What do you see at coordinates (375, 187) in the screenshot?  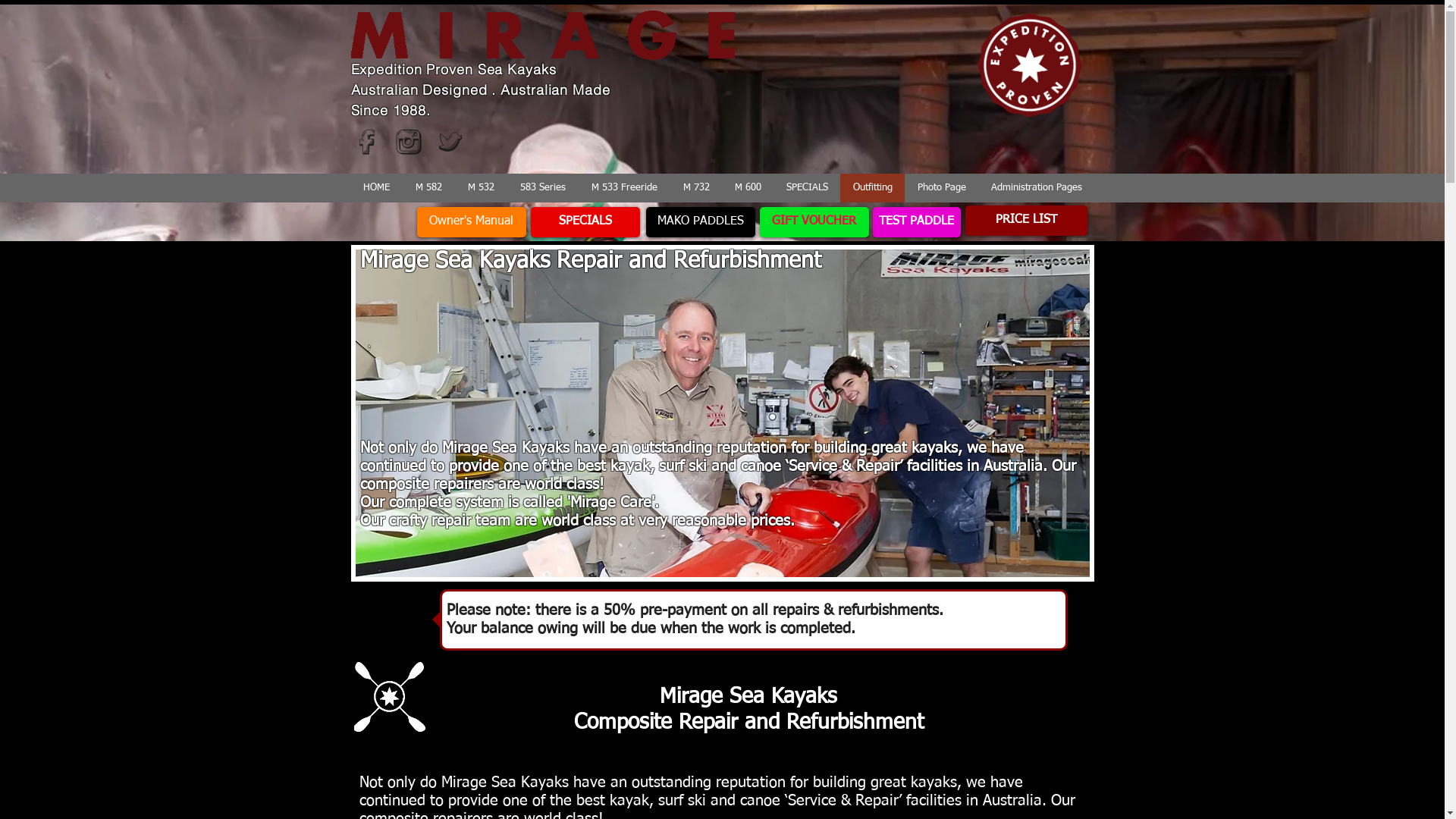 I see `'HOME'` at bounding box center [375, 187].